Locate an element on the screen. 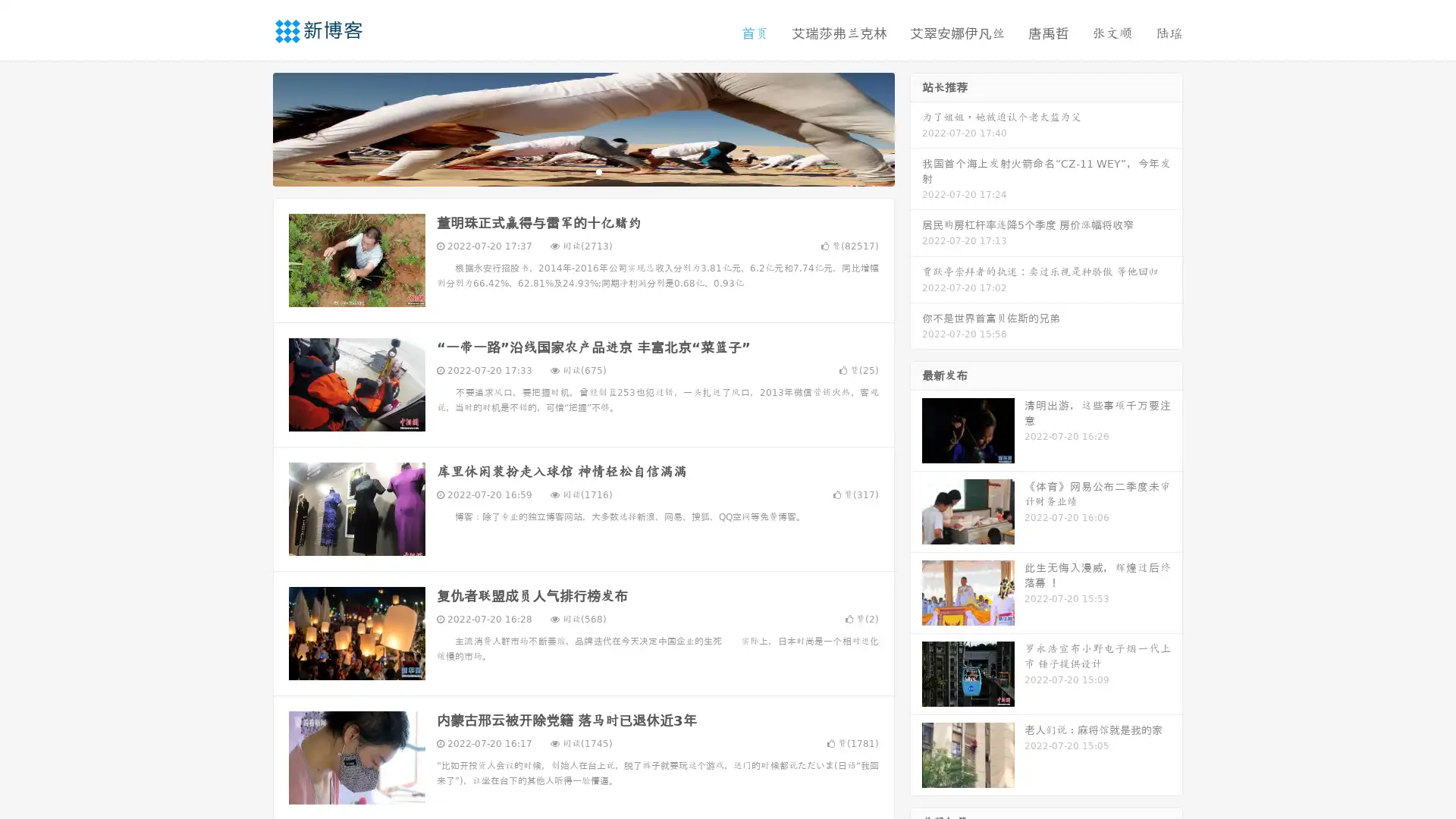  Go to slide 1 is located at coordinates (567, 171).